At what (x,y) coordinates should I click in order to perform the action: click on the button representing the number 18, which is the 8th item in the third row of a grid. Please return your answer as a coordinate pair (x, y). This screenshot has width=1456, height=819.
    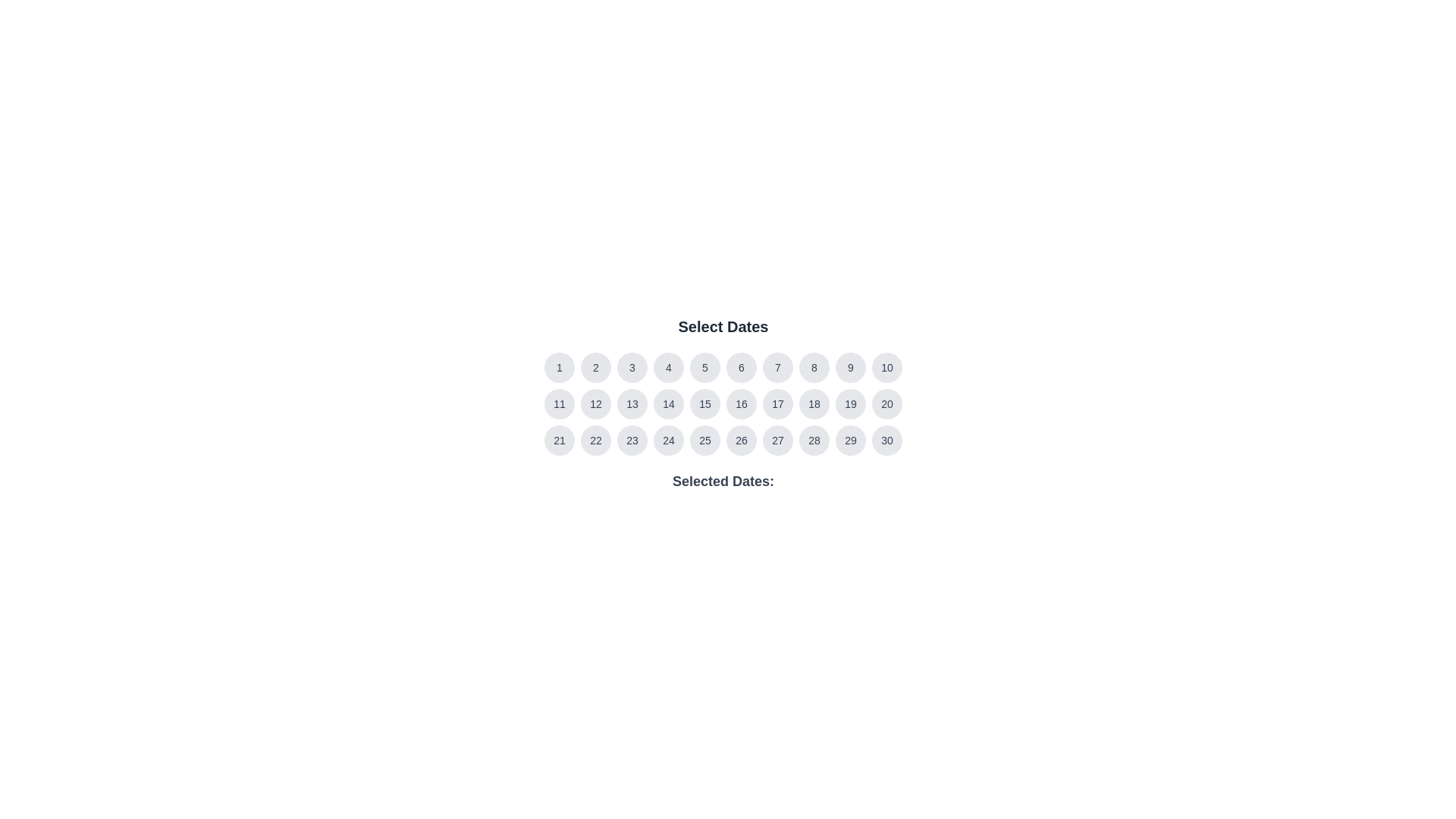
    Looking at the image, I should click on (814, 403).